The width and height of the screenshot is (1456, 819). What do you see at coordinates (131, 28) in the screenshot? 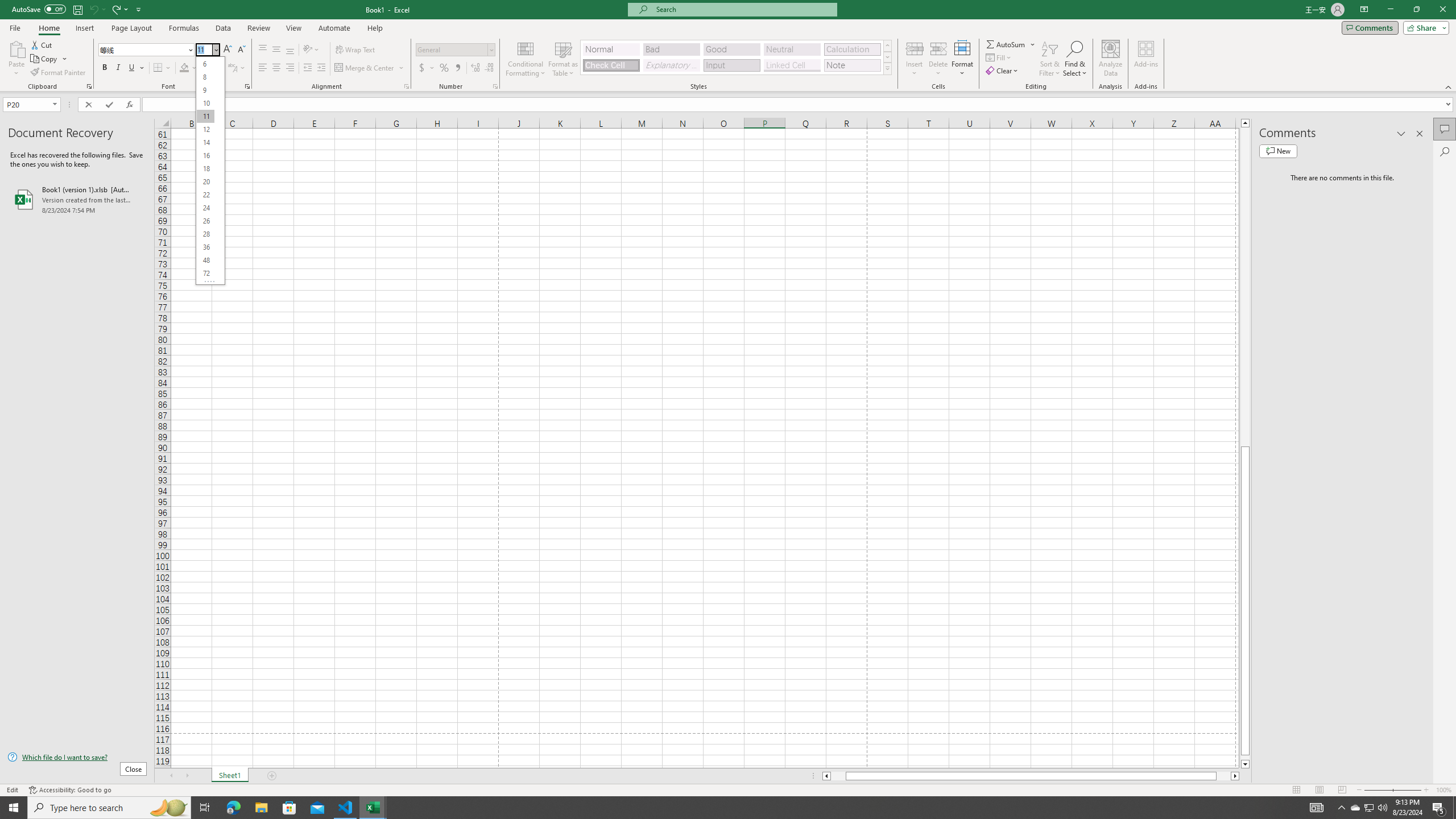
I see `'Page Layout'` at bounding box center [131, 28].